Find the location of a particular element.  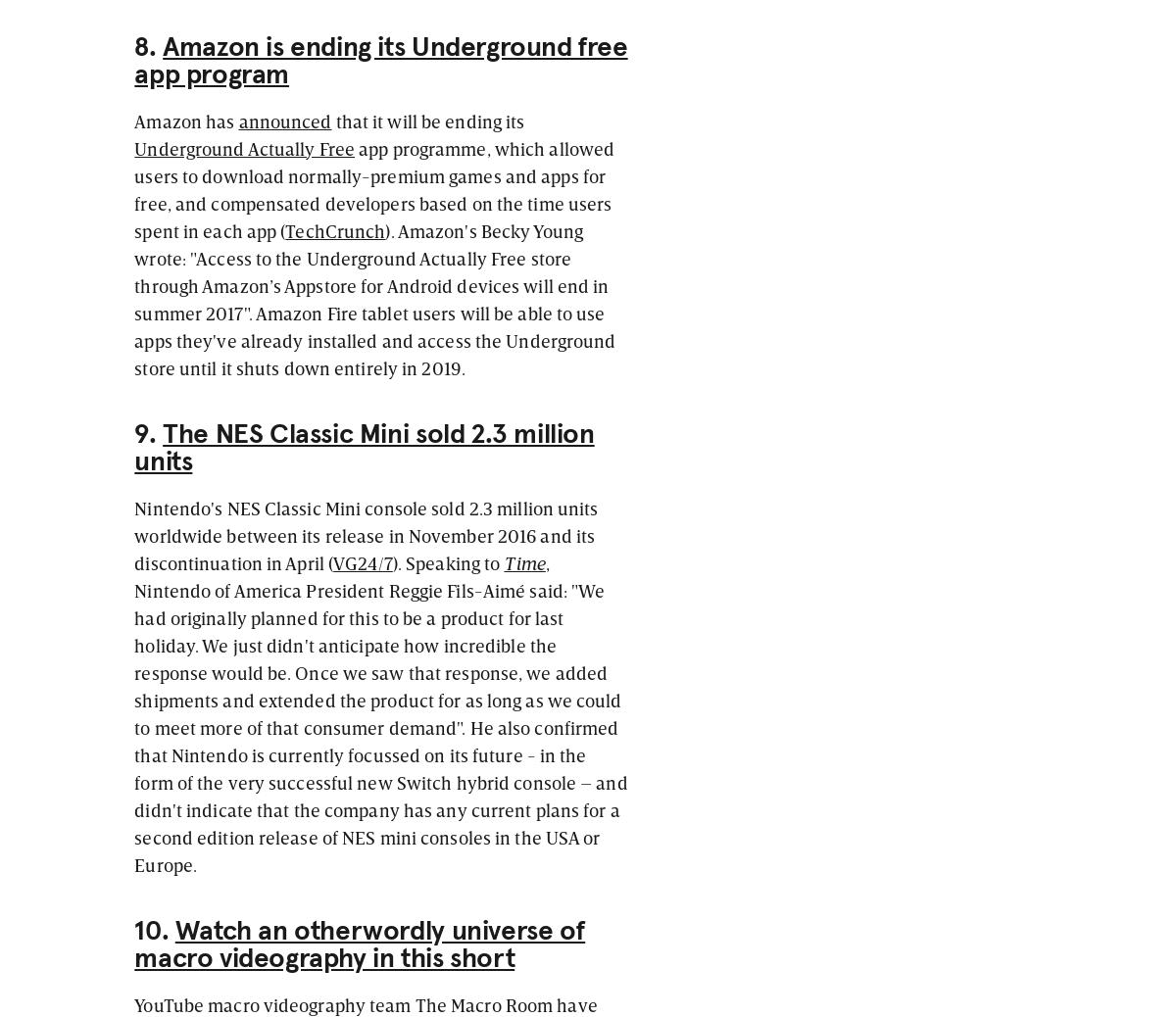

'Amazon has' is located at coordinates (184, 119).